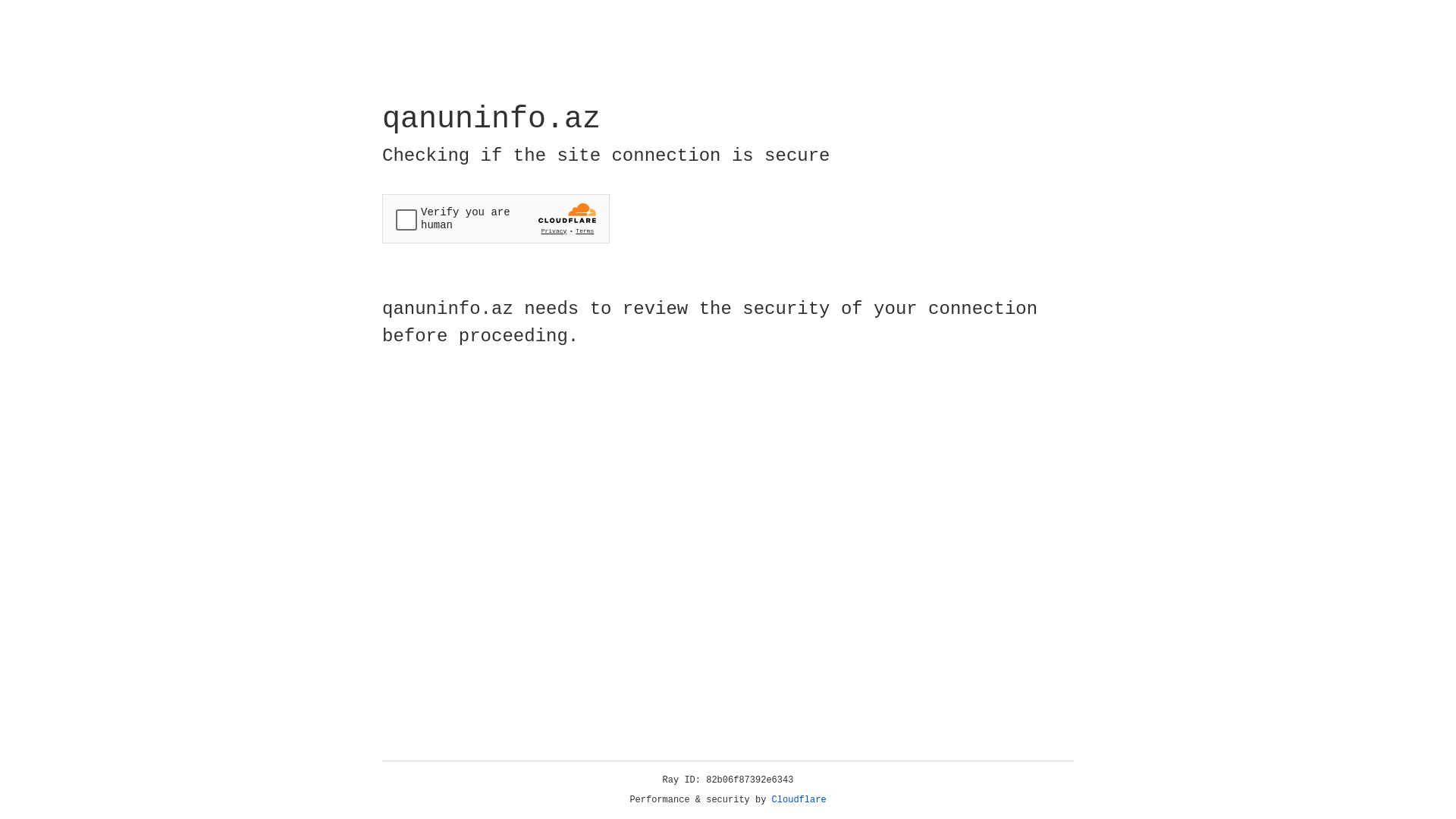 The image size is (1456, 819). What do you see at coordinates (799, 799) in the screenshot?
I see `'Cloudflare'` at bounding box center [799, 799].